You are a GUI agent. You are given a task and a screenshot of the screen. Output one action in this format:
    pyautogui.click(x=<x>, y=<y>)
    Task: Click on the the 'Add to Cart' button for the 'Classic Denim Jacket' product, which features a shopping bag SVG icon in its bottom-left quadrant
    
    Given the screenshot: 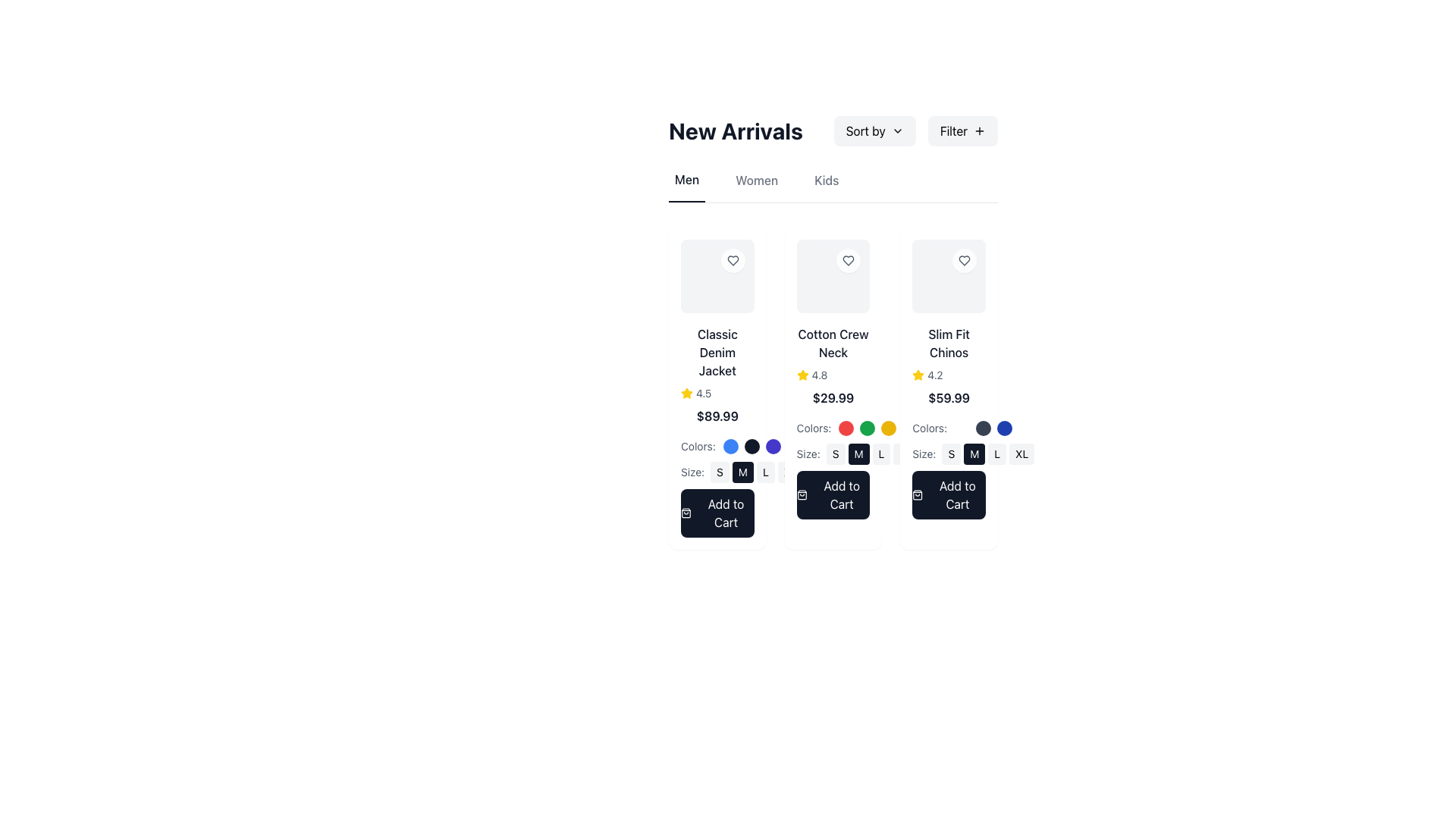 What is the action you would take?
    pyautogui.click(x=686, y=512)
    